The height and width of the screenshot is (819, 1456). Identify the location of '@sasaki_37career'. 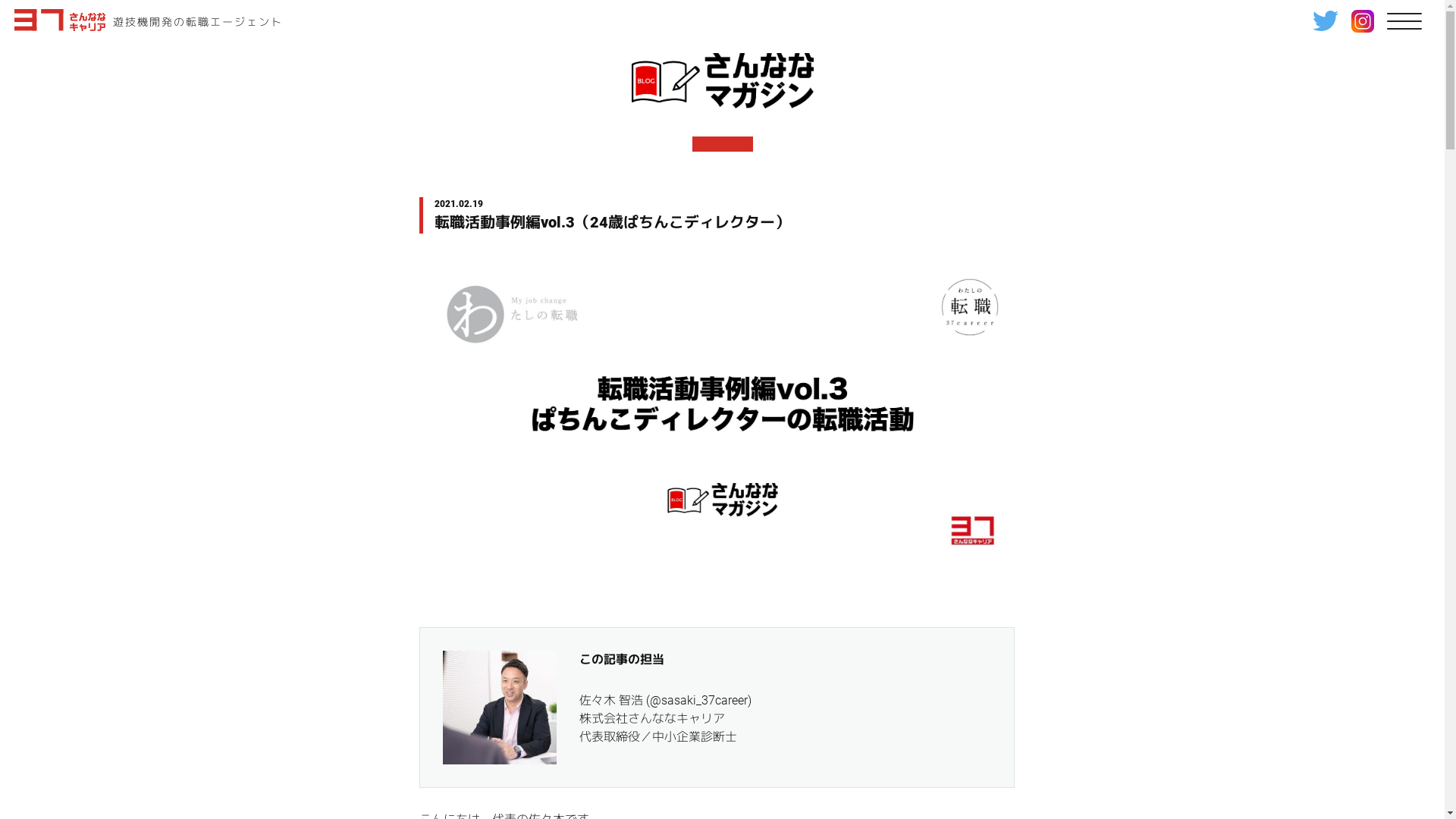
(697, 700).